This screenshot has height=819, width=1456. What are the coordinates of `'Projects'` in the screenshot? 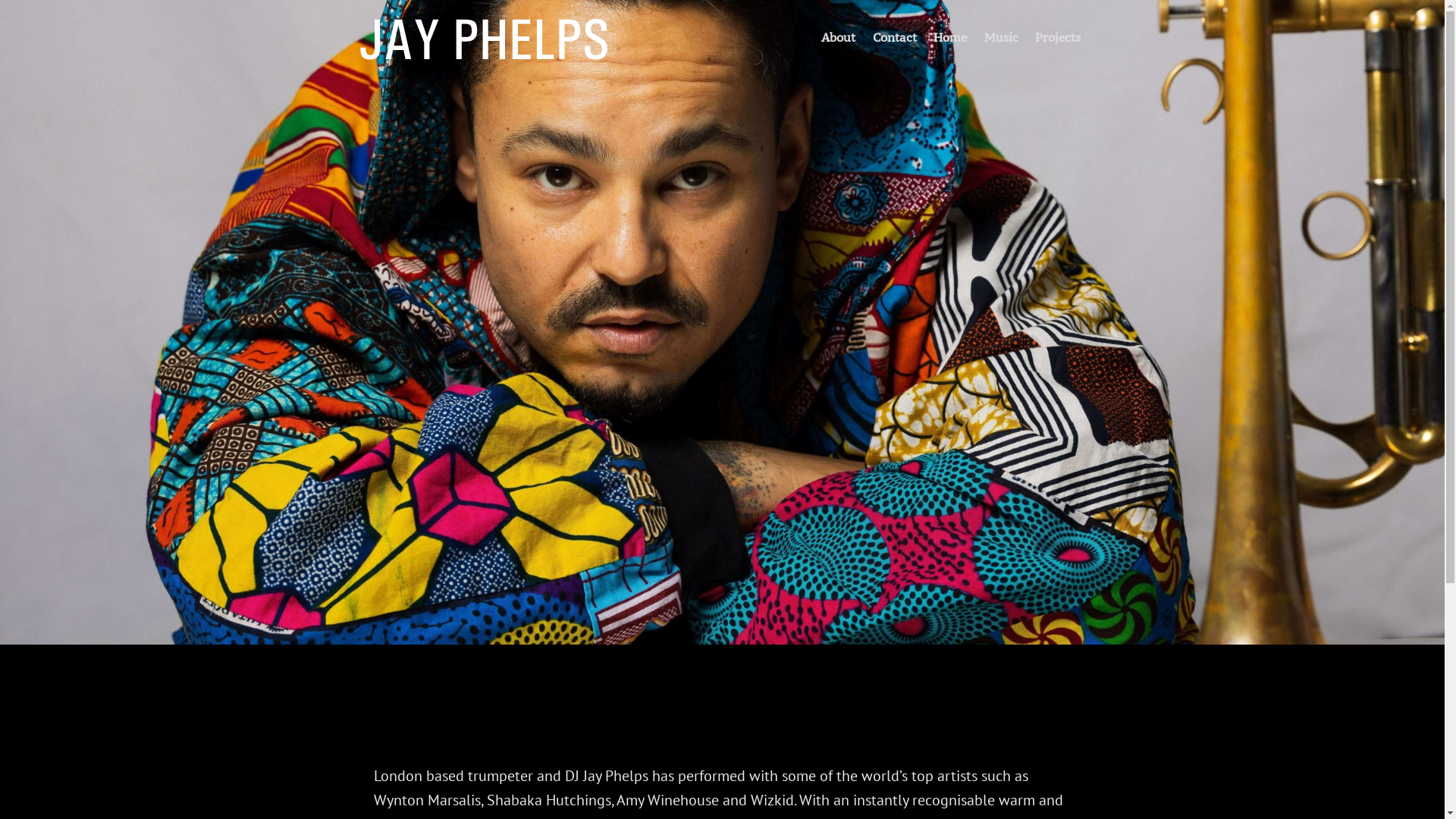 It's located at (1057, 35).